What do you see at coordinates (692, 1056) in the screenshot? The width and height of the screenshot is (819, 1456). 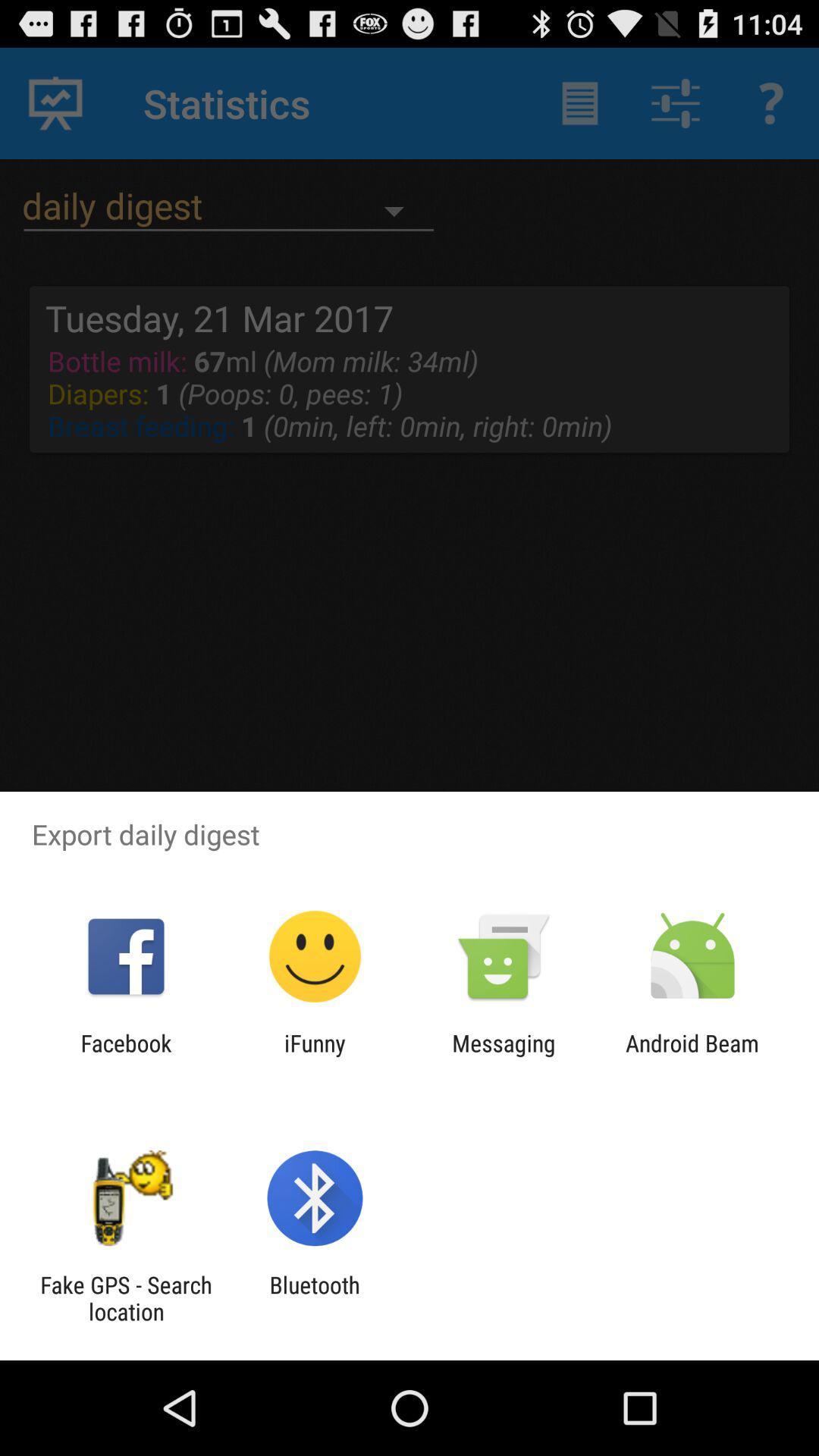 I see `android beam item` at bounding box center [692, 1056].